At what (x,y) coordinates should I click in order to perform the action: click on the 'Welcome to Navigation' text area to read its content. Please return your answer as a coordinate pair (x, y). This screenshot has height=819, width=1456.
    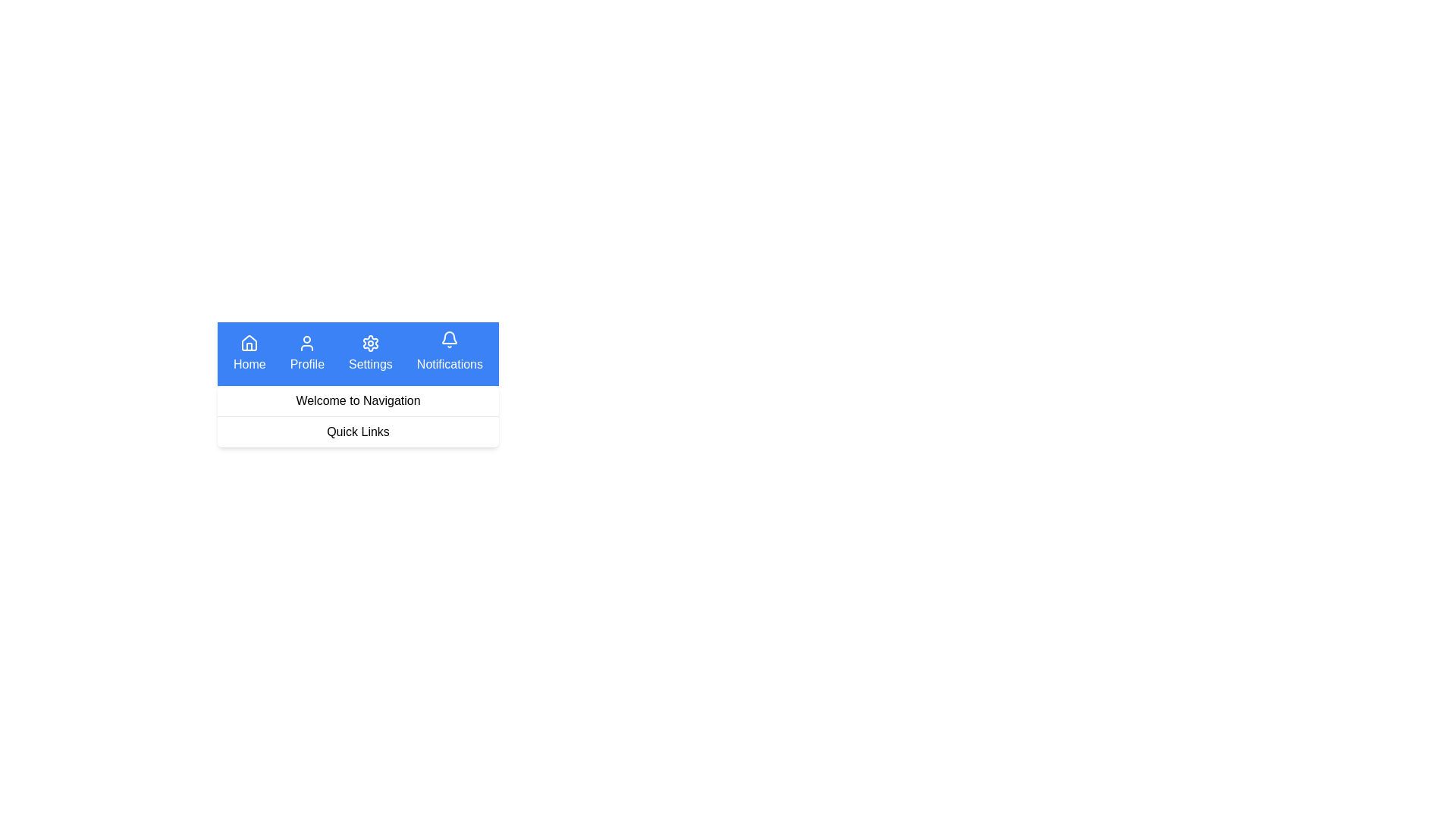
    Looking at the image, I should click on (357, 400).